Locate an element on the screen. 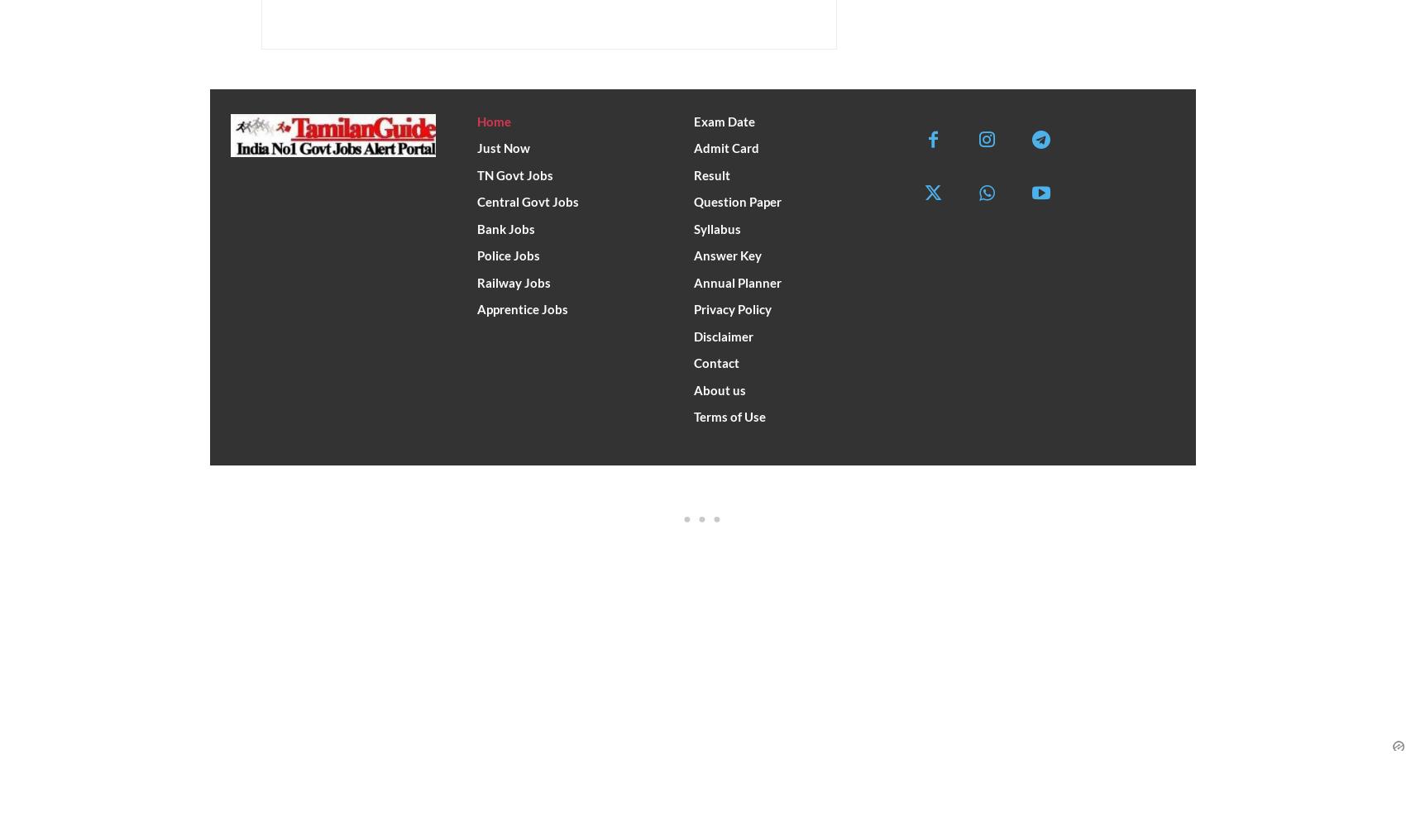 This screenshot has height=840, width=1406. 'Central Govt Jobs' is located at coordinates (528, 202).